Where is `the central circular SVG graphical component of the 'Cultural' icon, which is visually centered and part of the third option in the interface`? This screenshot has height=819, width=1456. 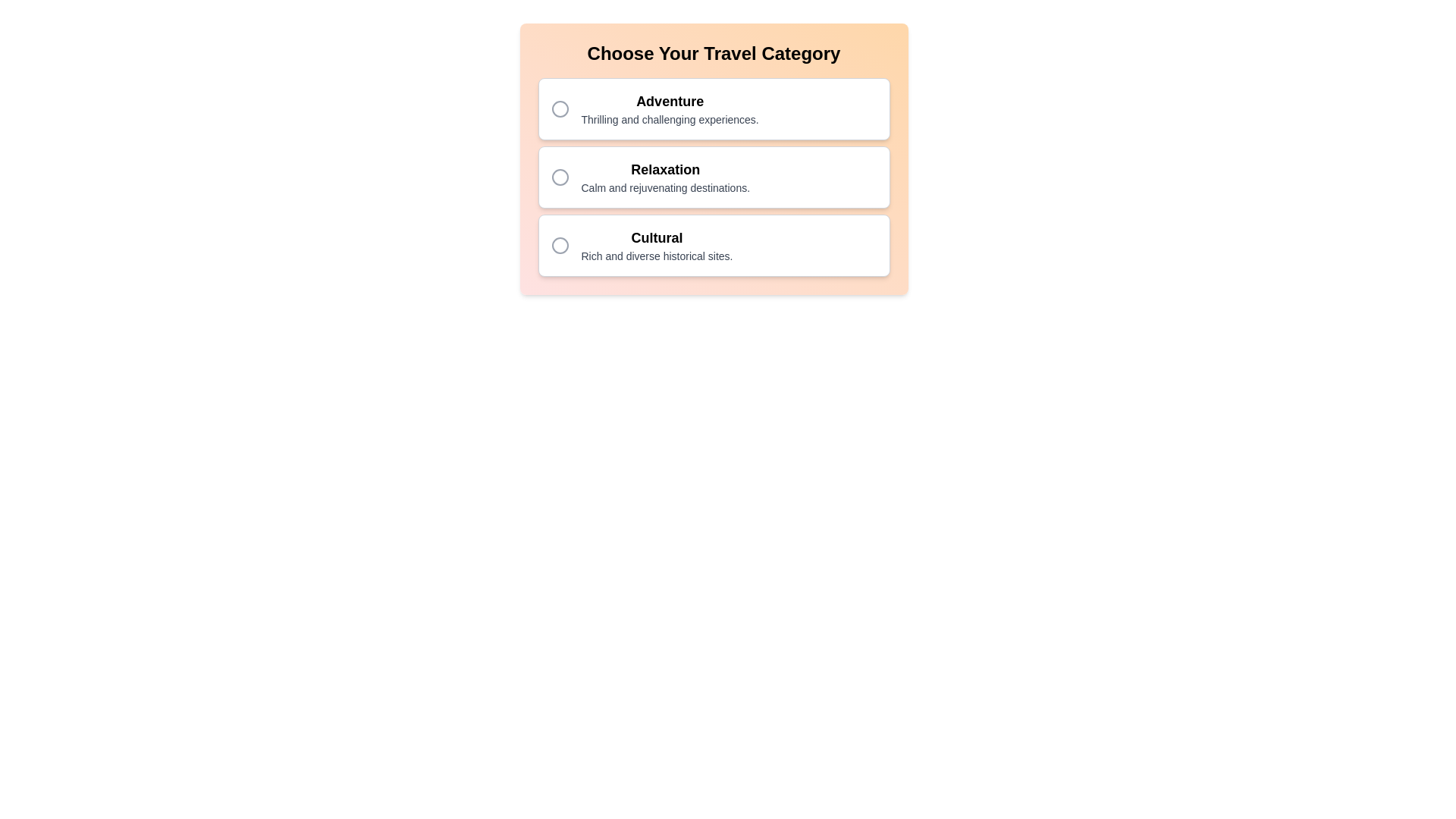 the central circular SVG graphical component of the 'Cultural' icon, which is visually centered and part of the third option in the interface is located at coordinates (559, 245).